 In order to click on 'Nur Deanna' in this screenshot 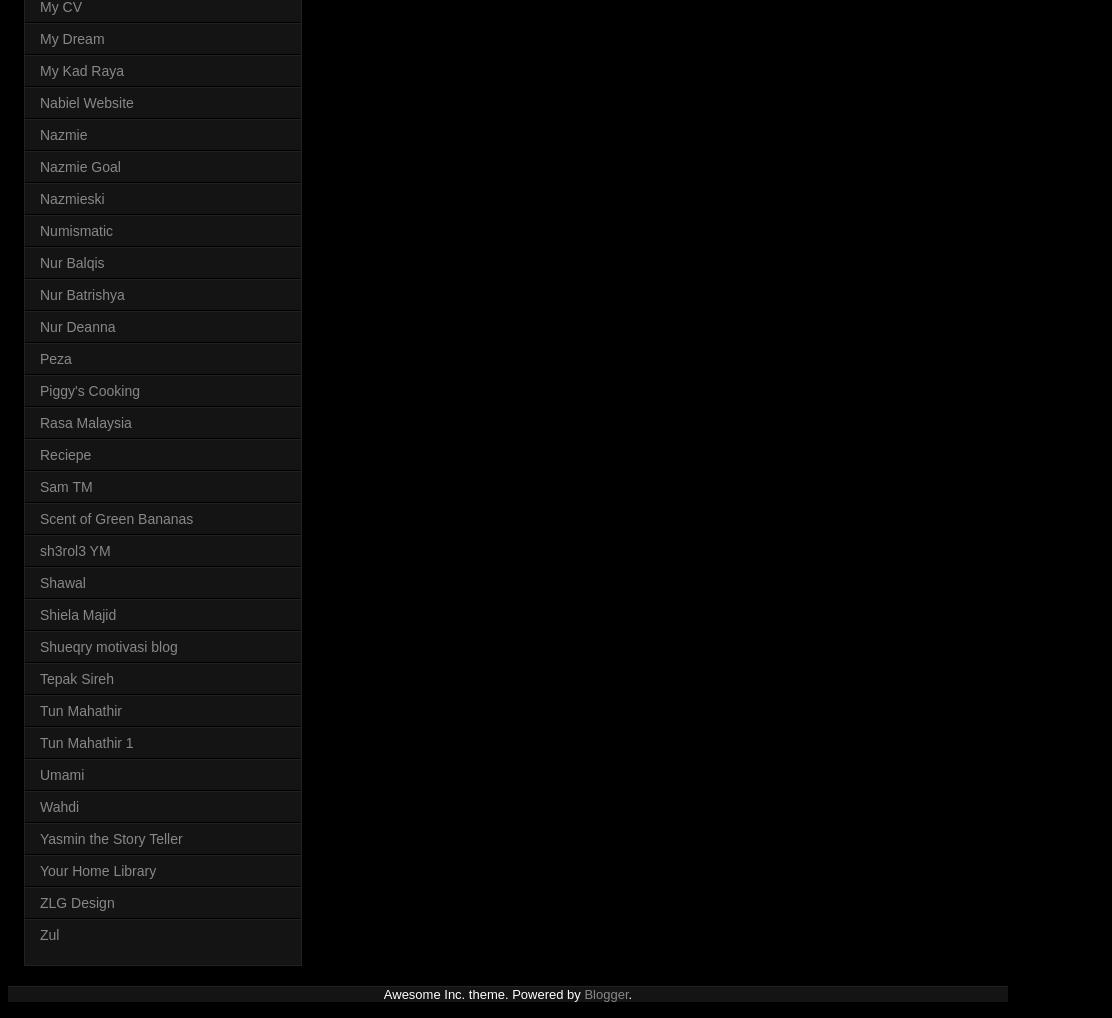, I will do `click(40, 324)`.